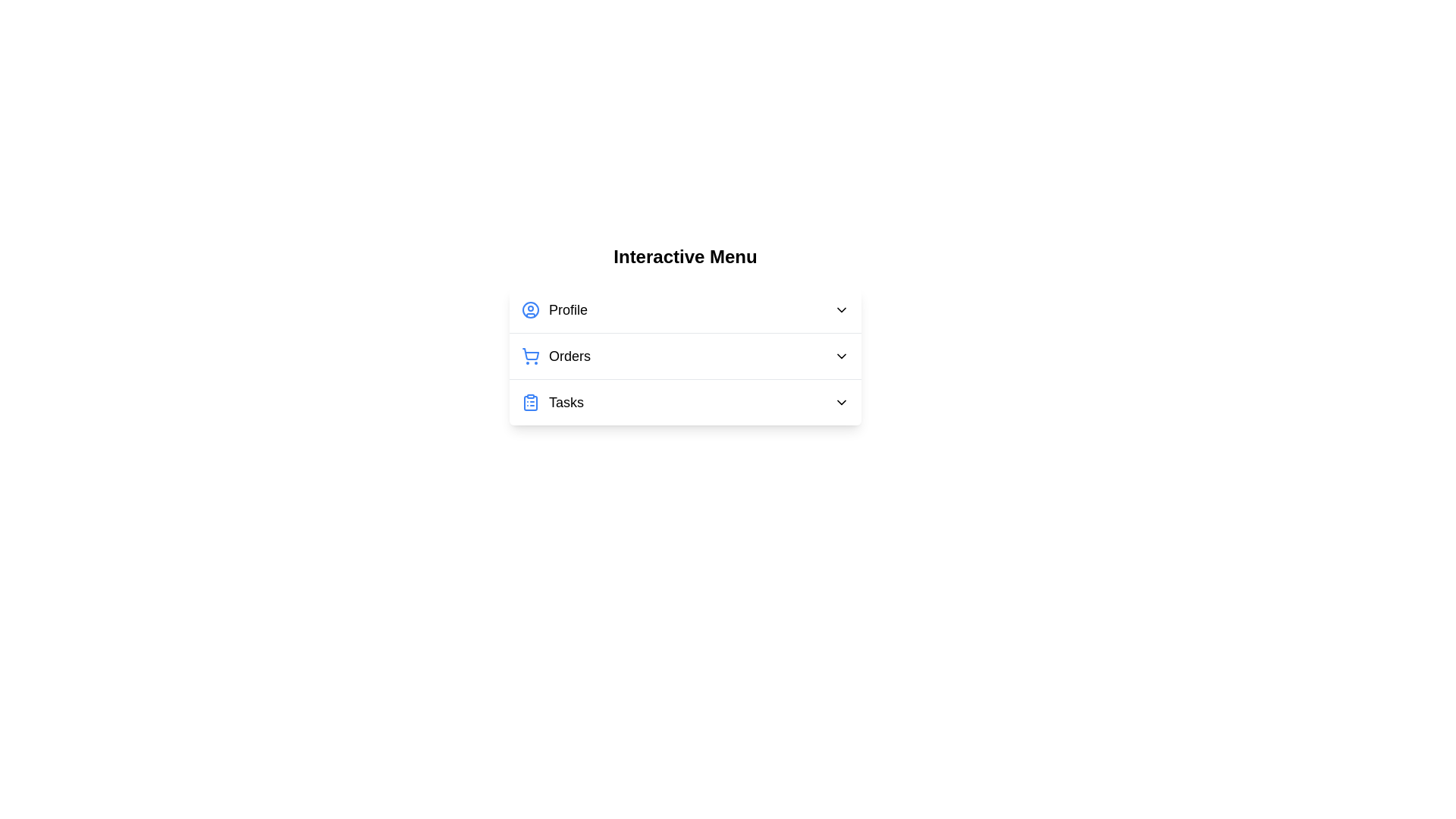 Image resolution: width=1456 pixels, height=819 pixels. I want to click on the downward-pointing chevron icon next to the 'Orders' text, so click(840, 356).